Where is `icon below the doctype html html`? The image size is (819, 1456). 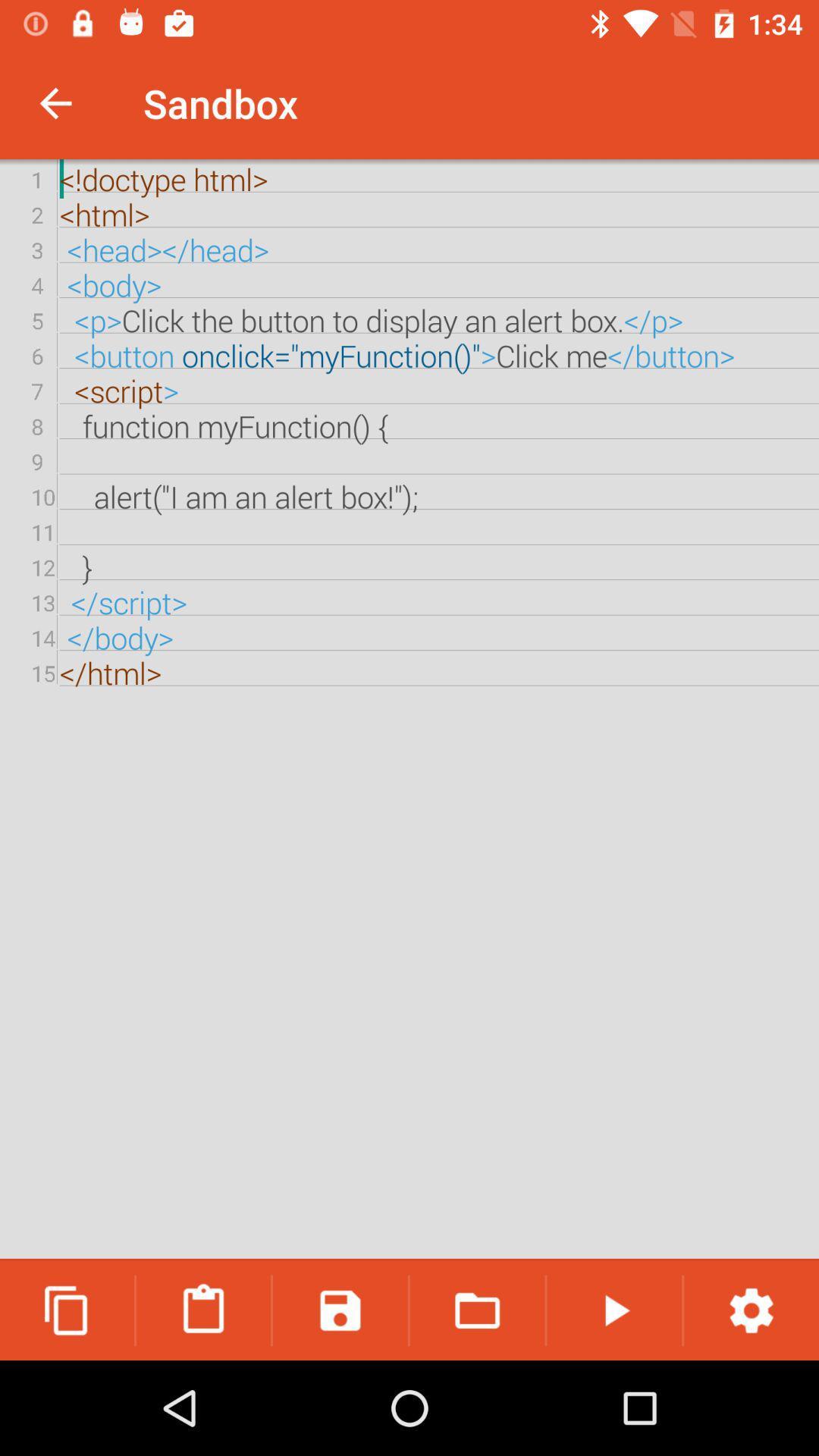 icon below the doctype html html is located at coordinates (614, 1310).